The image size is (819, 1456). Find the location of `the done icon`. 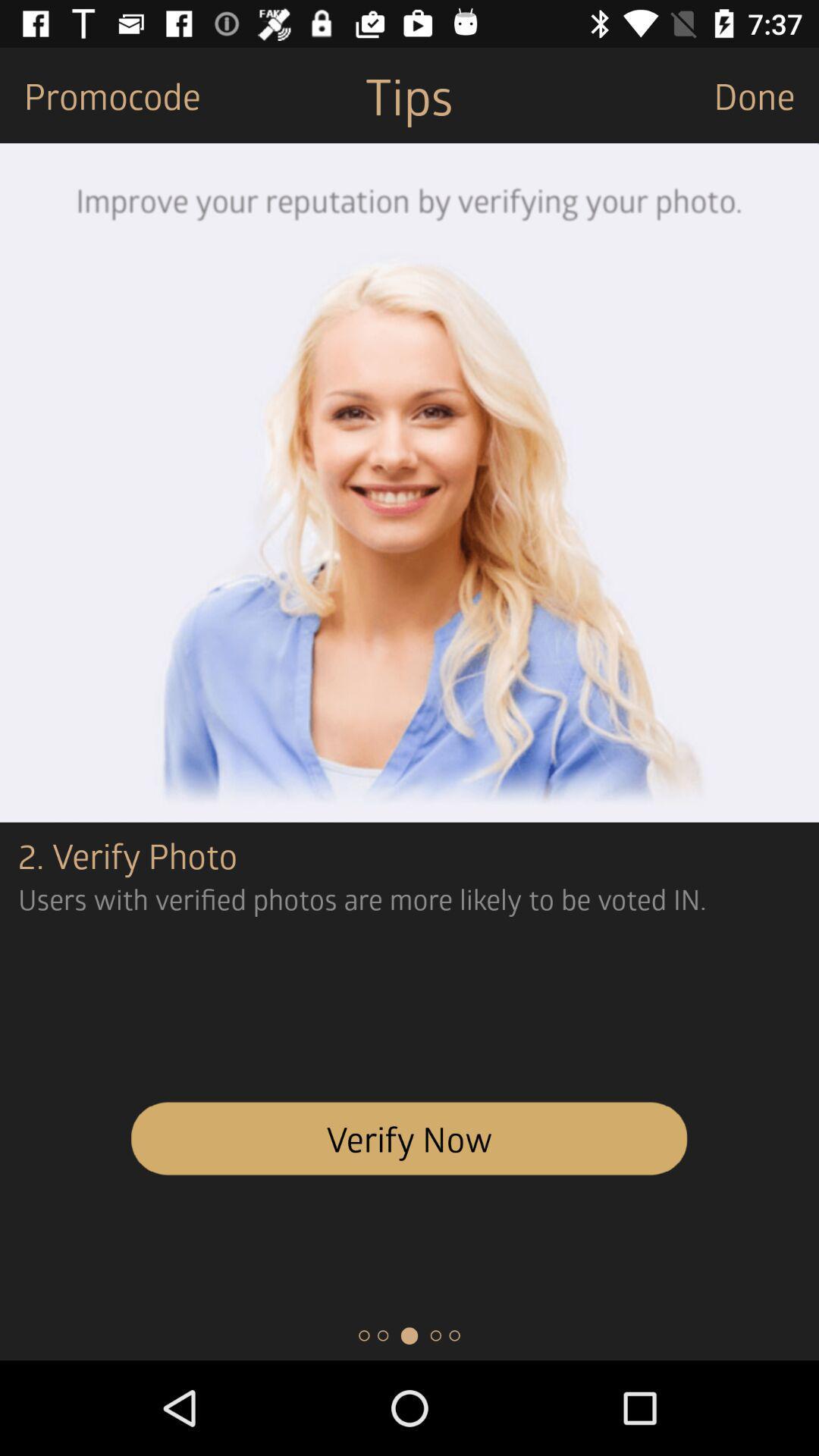

the done icon is located at coordinates (766, 94).